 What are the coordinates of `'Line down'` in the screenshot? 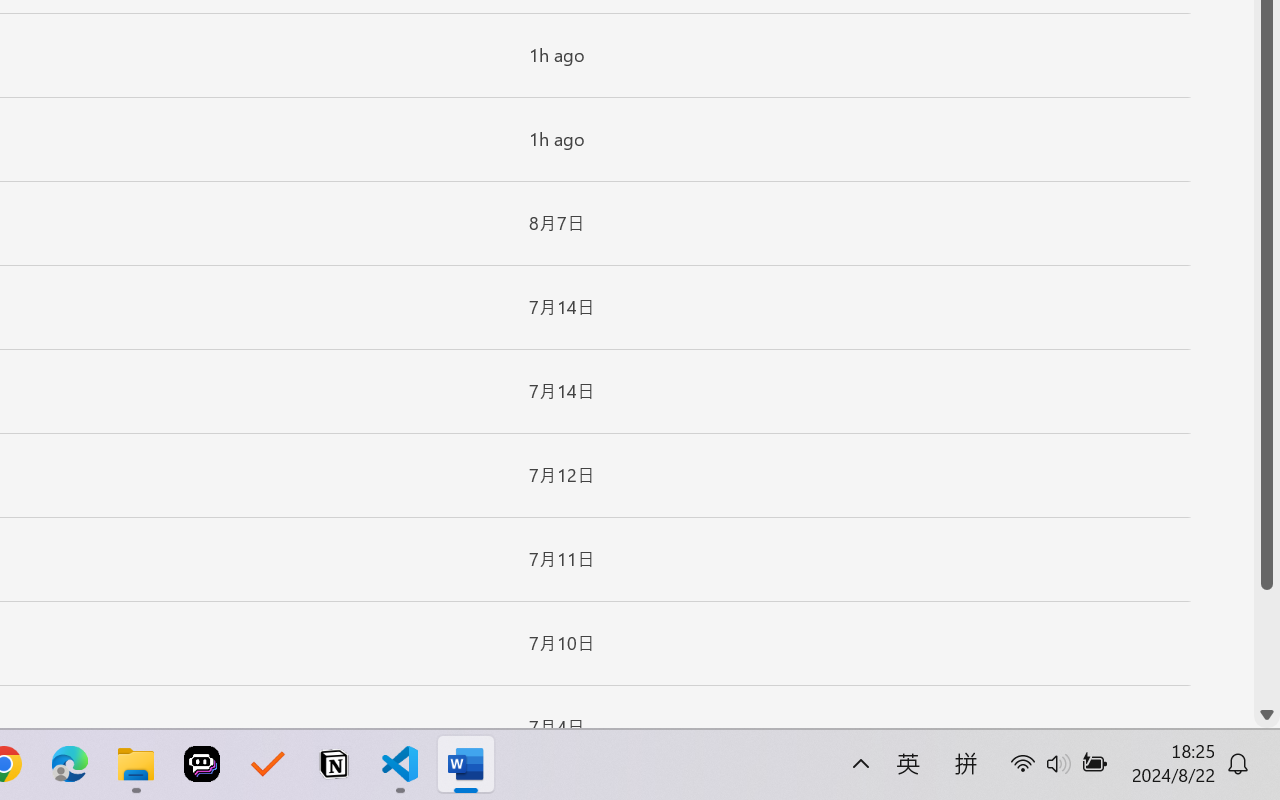 It's located at (1266, 714).